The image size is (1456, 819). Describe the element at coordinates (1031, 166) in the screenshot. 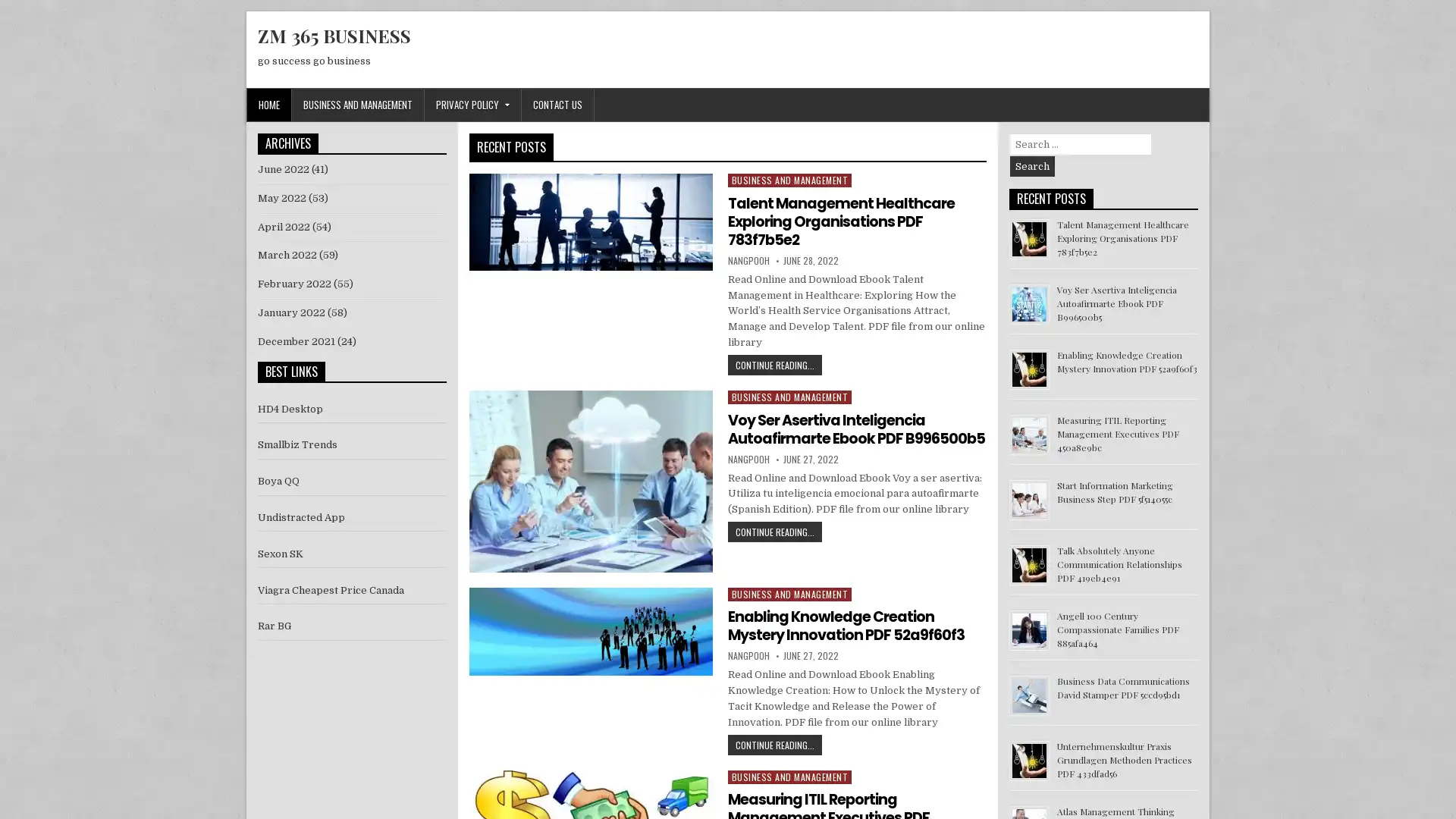

I see `Search` at that location.